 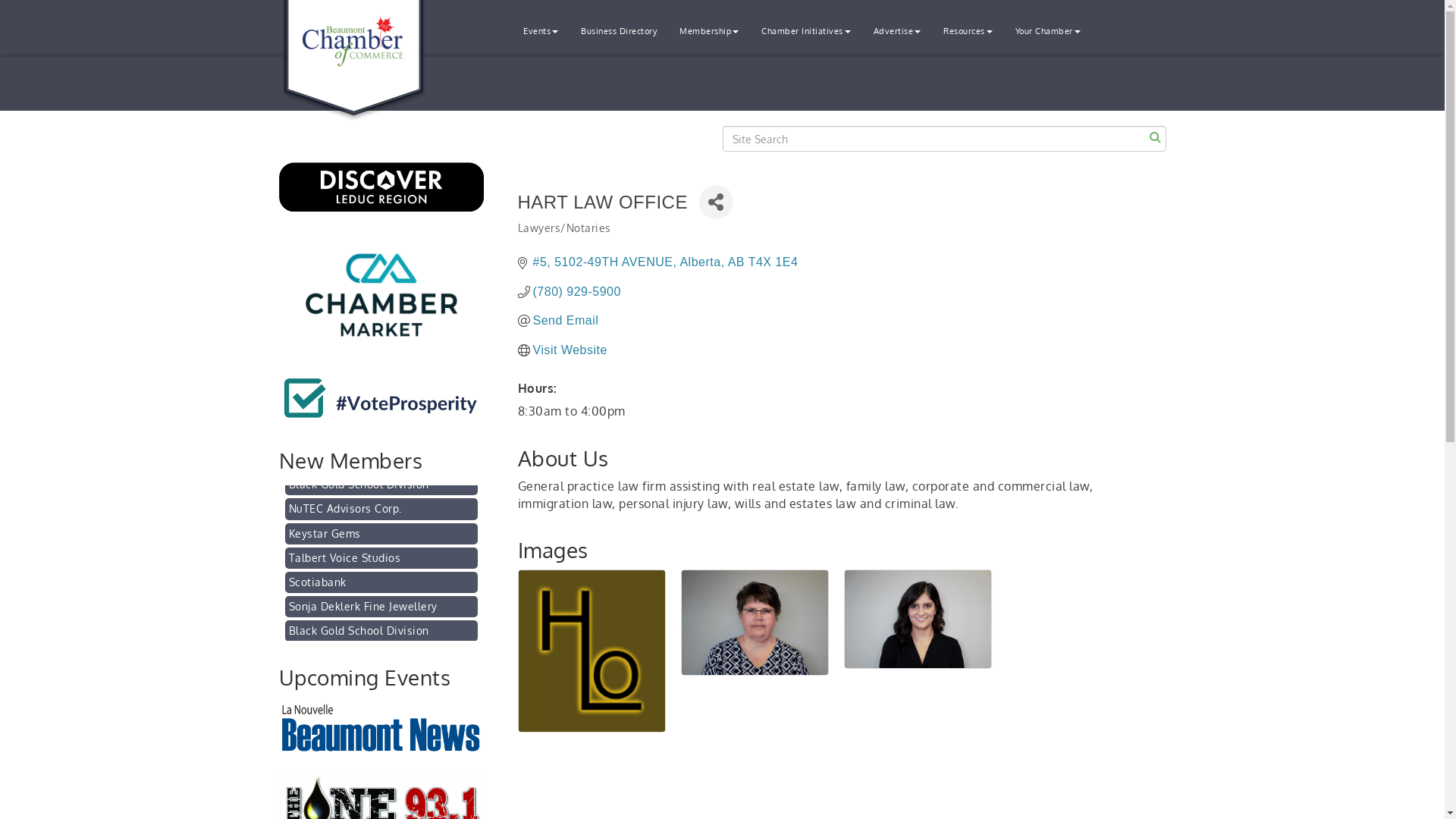 I want to click on 'Hart Law Office ', so click(x=591, y=650).